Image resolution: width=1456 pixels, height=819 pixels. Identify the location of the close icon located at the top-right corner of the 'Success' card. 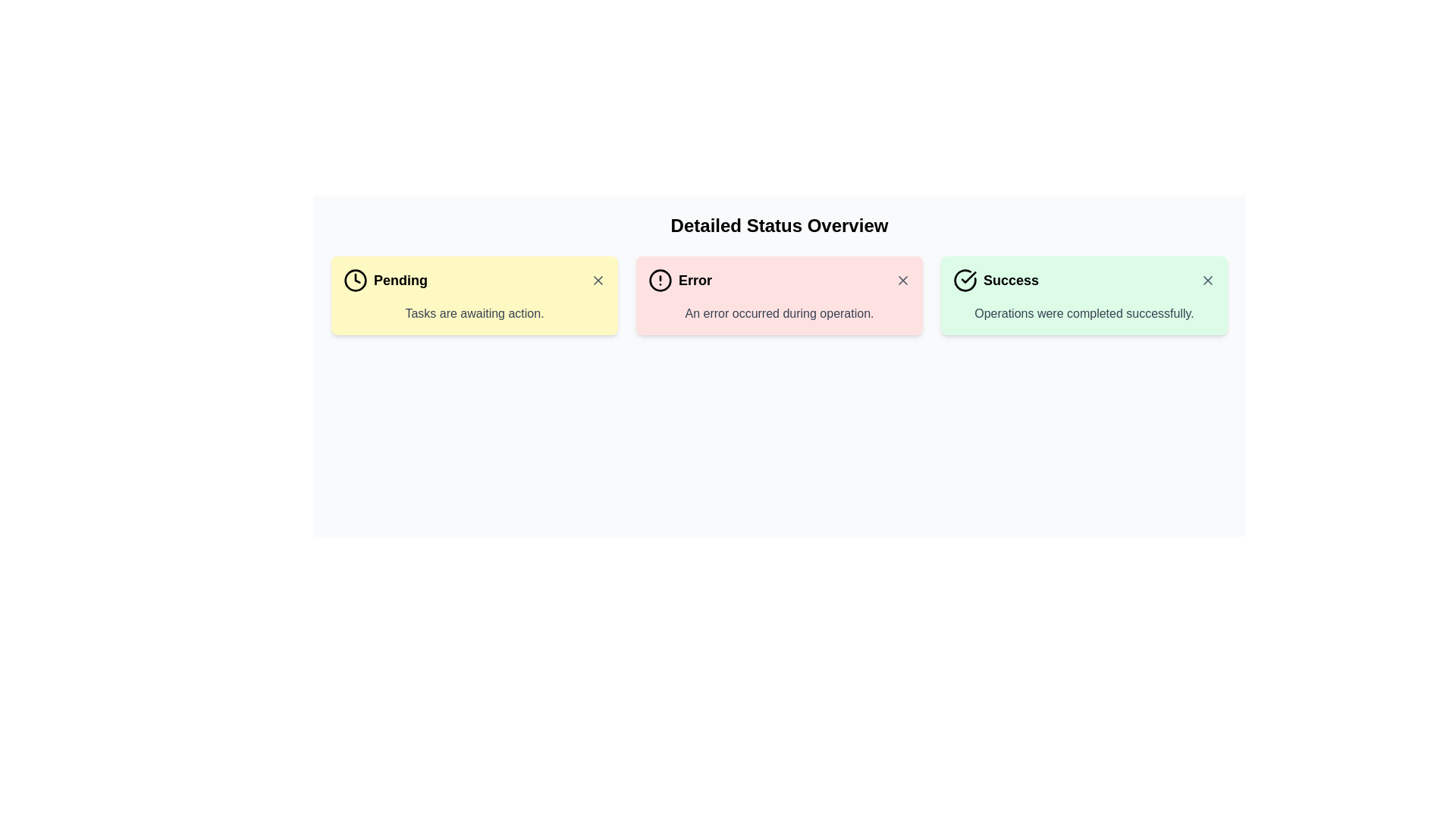
(1207, 281).